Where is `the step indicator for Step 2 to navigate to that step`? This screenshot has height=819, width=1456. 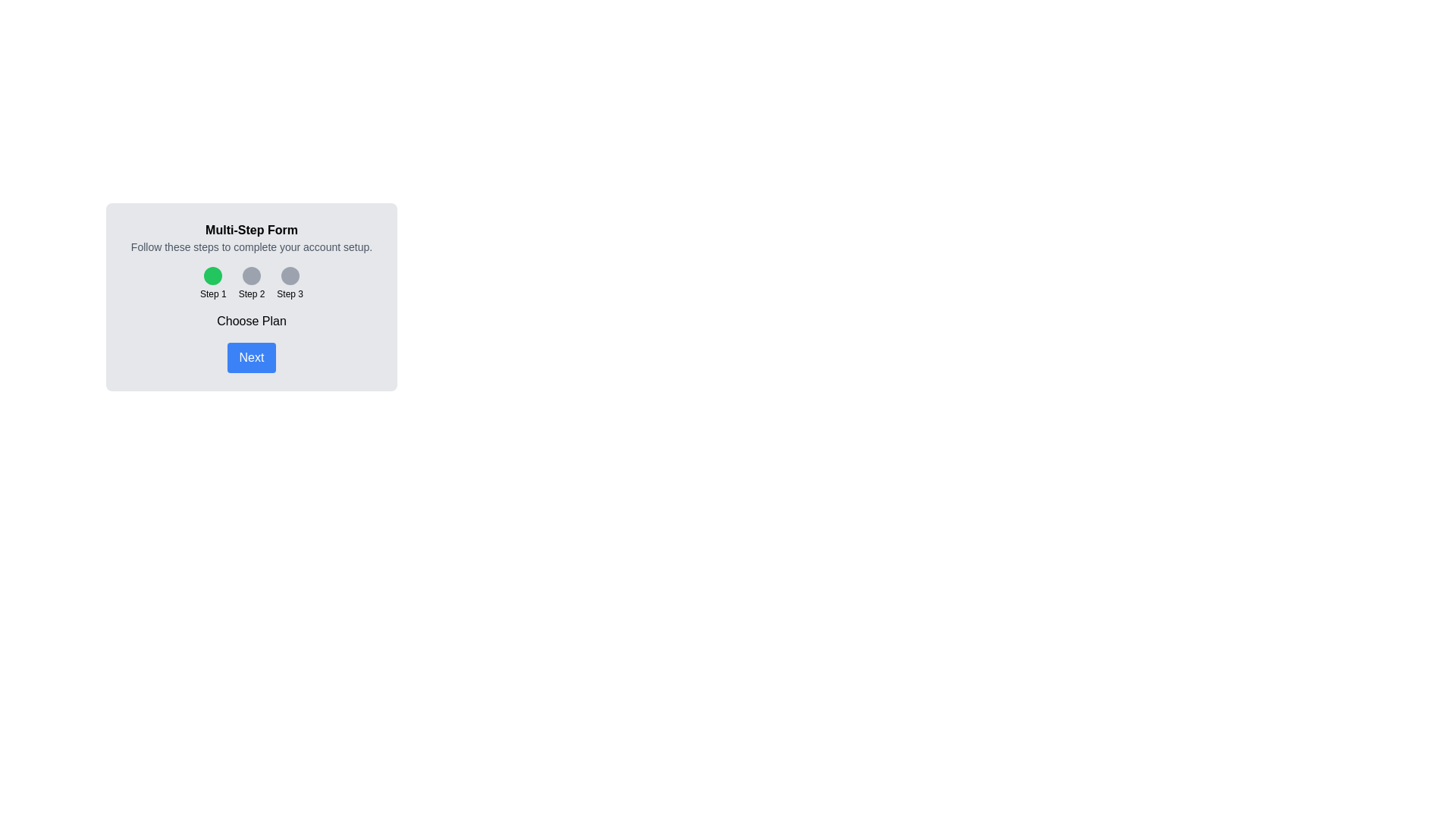 the step indicator for Step 2 to navigate to that step is located at coordinates (251, 284).